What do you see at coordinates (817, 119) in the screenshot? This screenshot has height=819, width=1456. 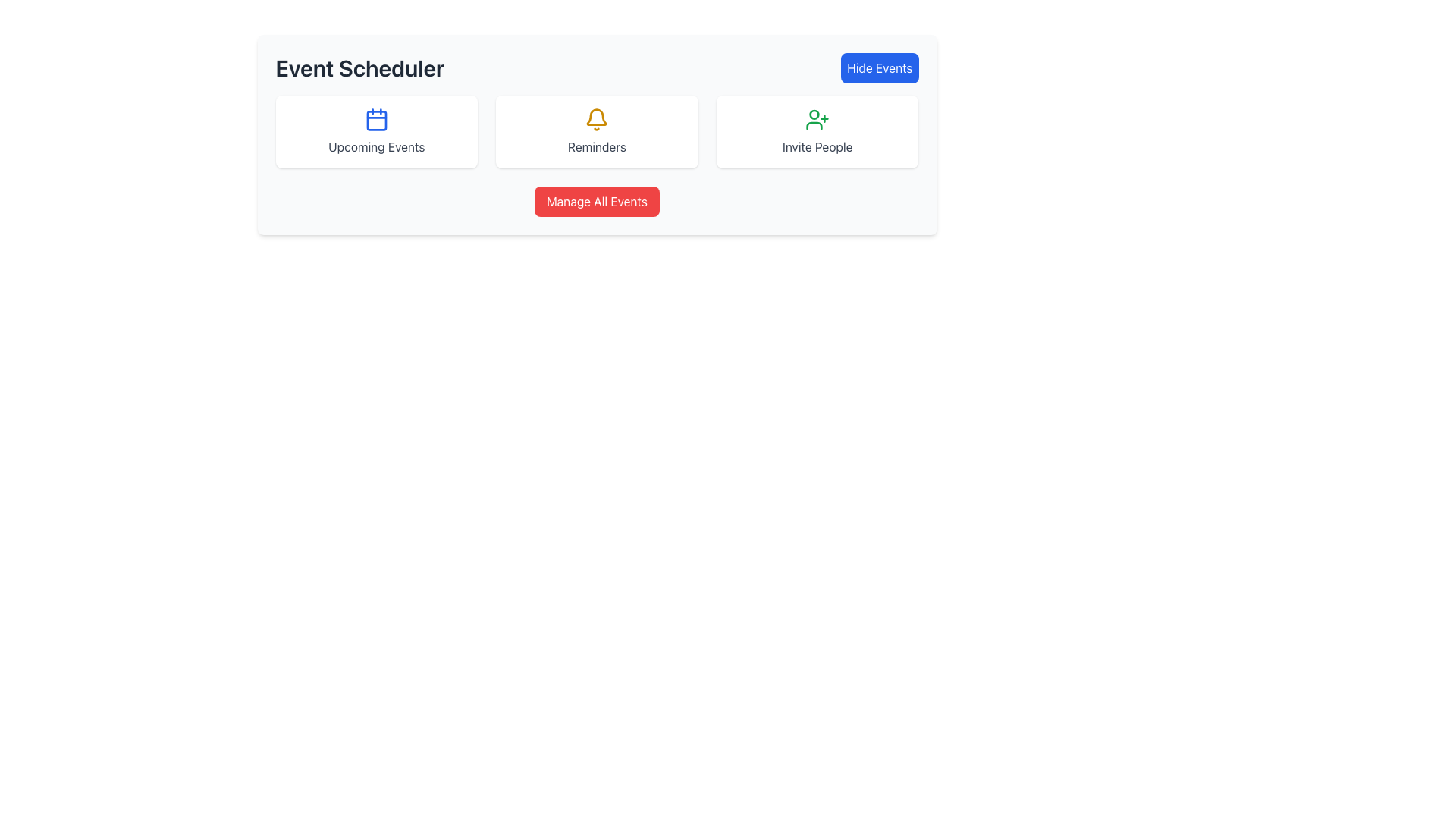 I see `the icon located in the 'Invite People' card, positioned above the text label, to initiate user invitation` at bounding box center [817, 119].